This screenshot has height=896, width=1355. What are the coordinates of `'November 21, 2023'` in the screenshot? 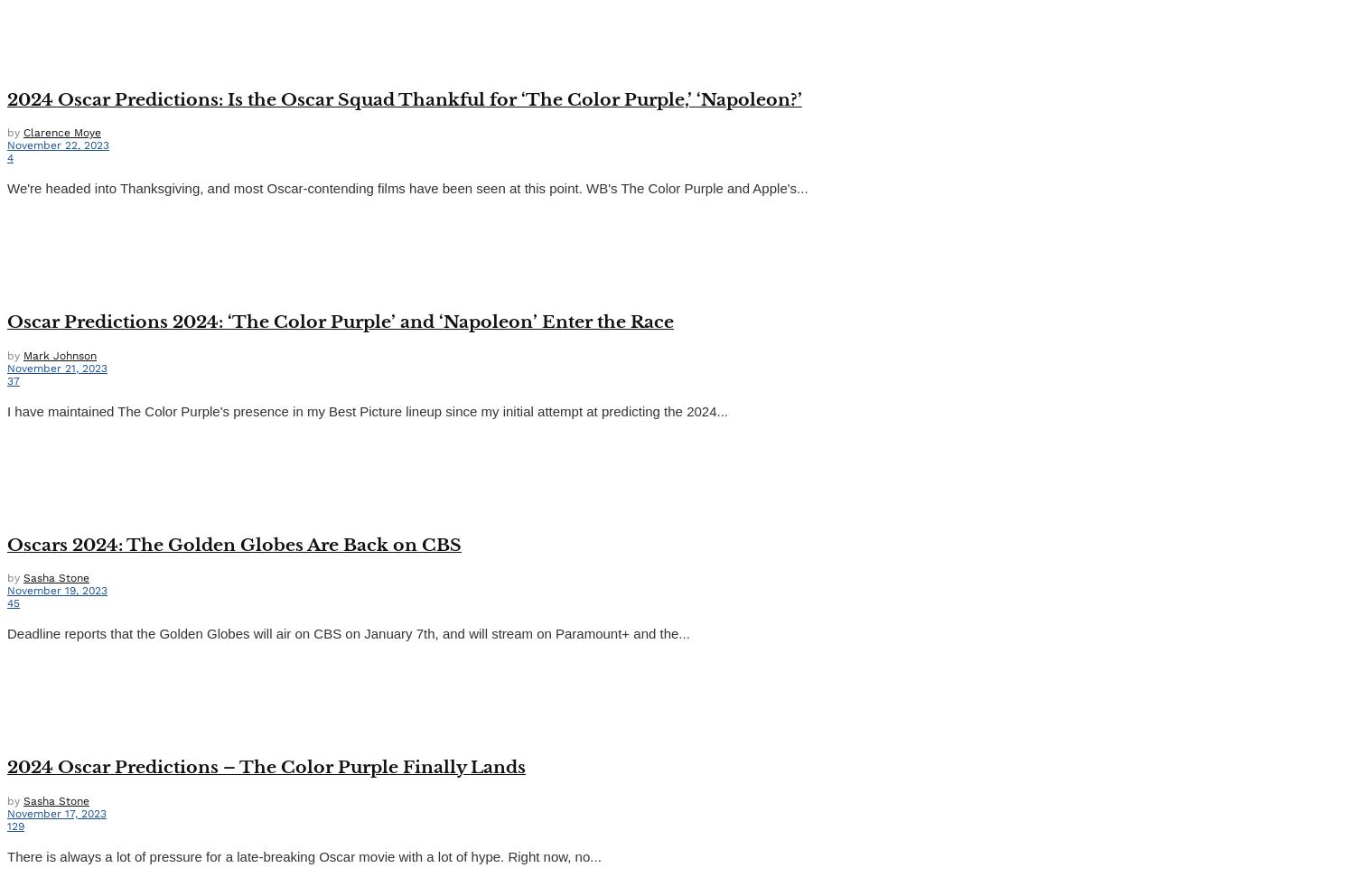 It's located at (6, 368).